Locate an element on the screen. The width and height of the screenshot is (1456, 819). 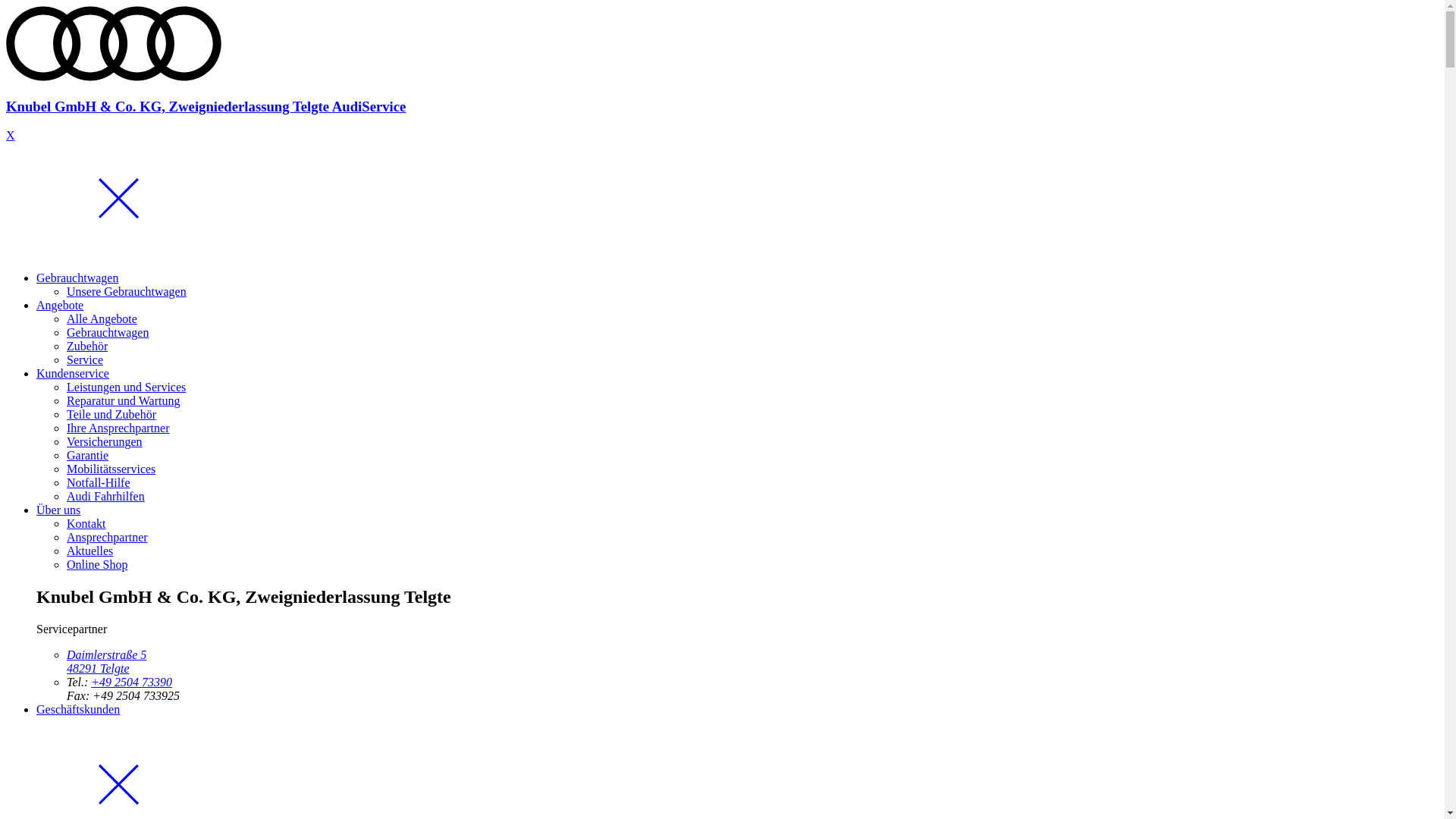
'Kontakt' is located at coordinates (86, 522).